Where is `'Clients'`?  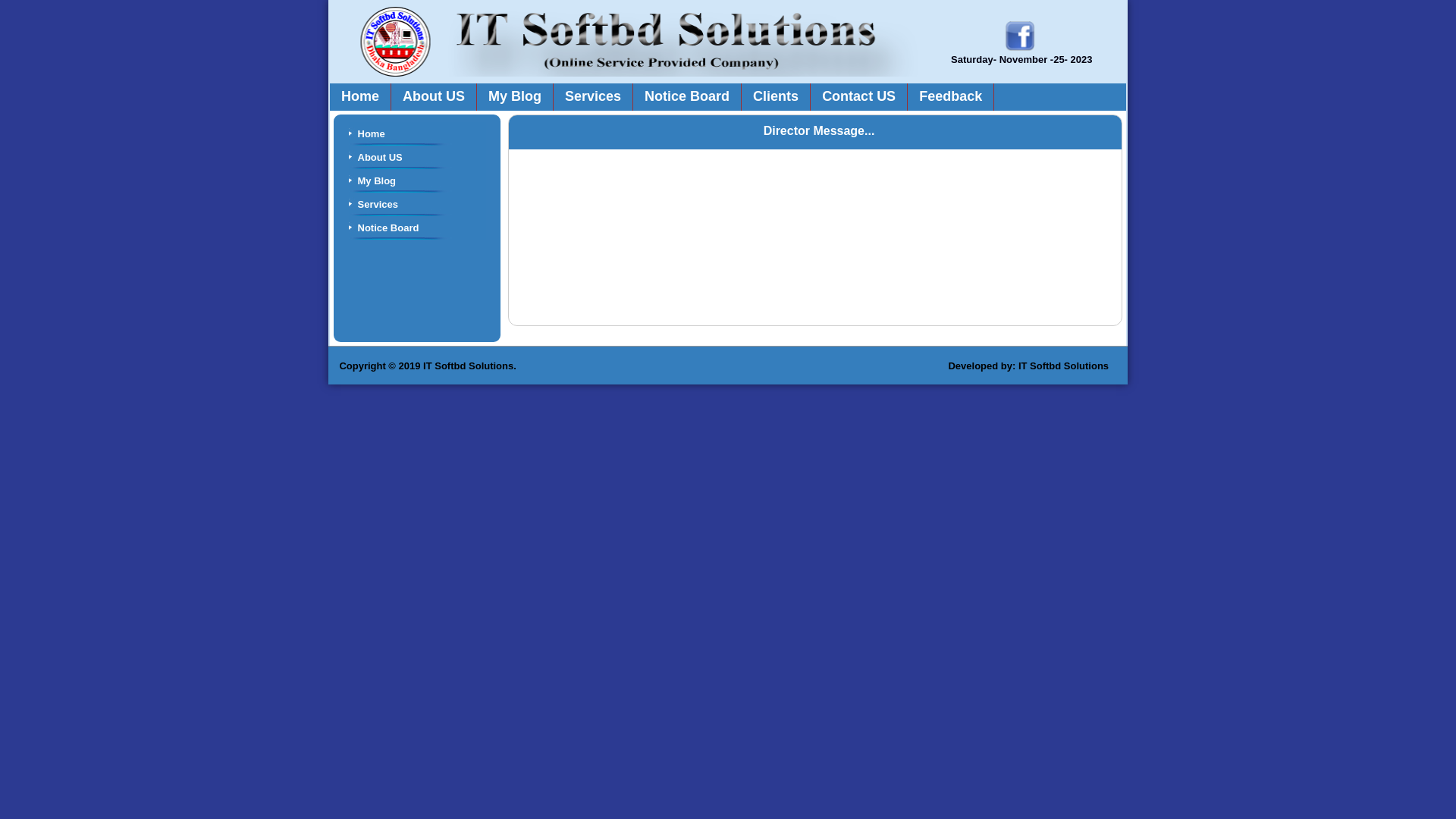 'Clients' is located at coordinates (776, 96).